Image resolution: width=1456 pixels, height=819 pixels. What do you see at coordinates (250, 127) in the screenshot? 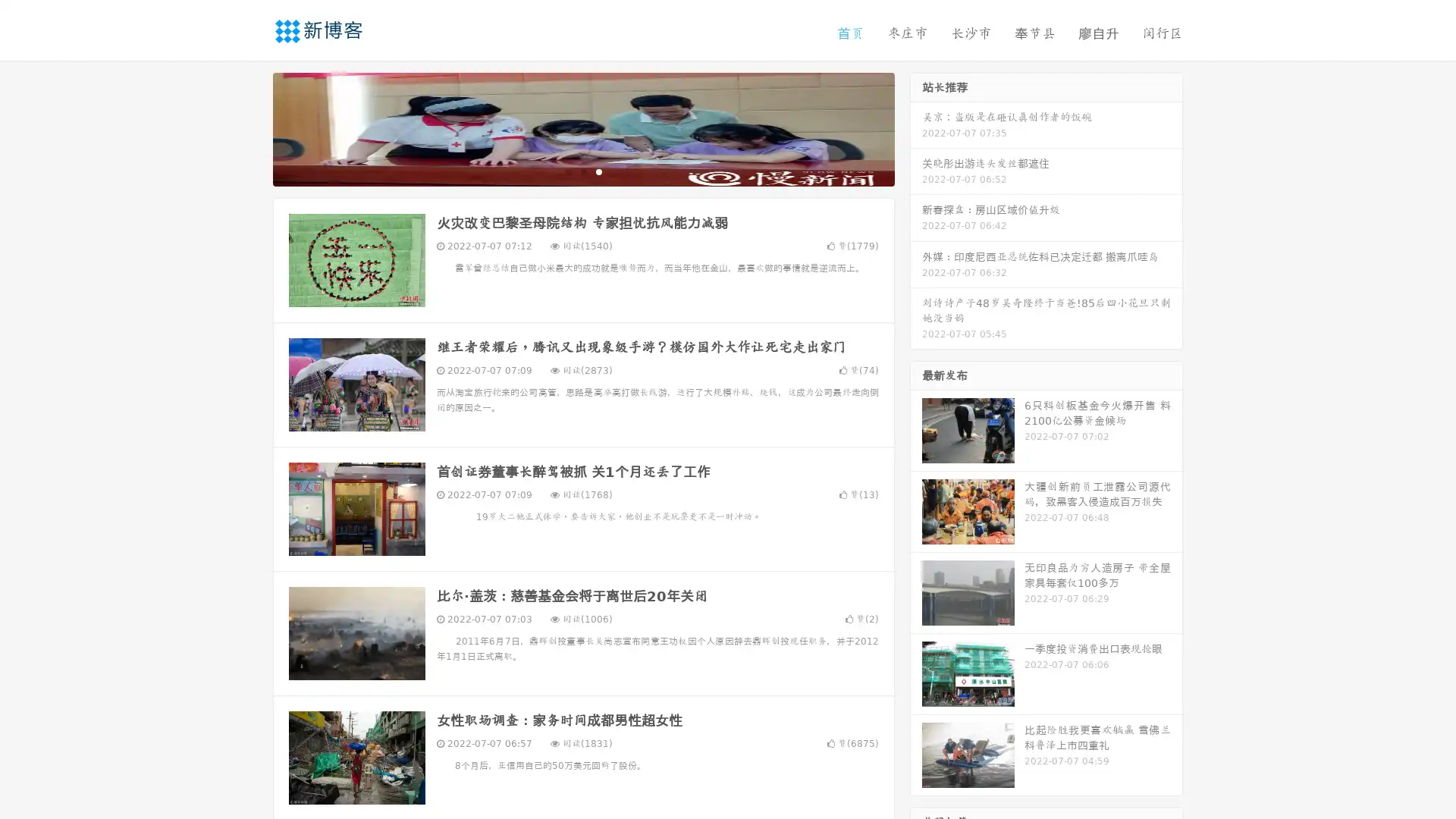
I see `Previous slide` at bounding box center [250, 127].